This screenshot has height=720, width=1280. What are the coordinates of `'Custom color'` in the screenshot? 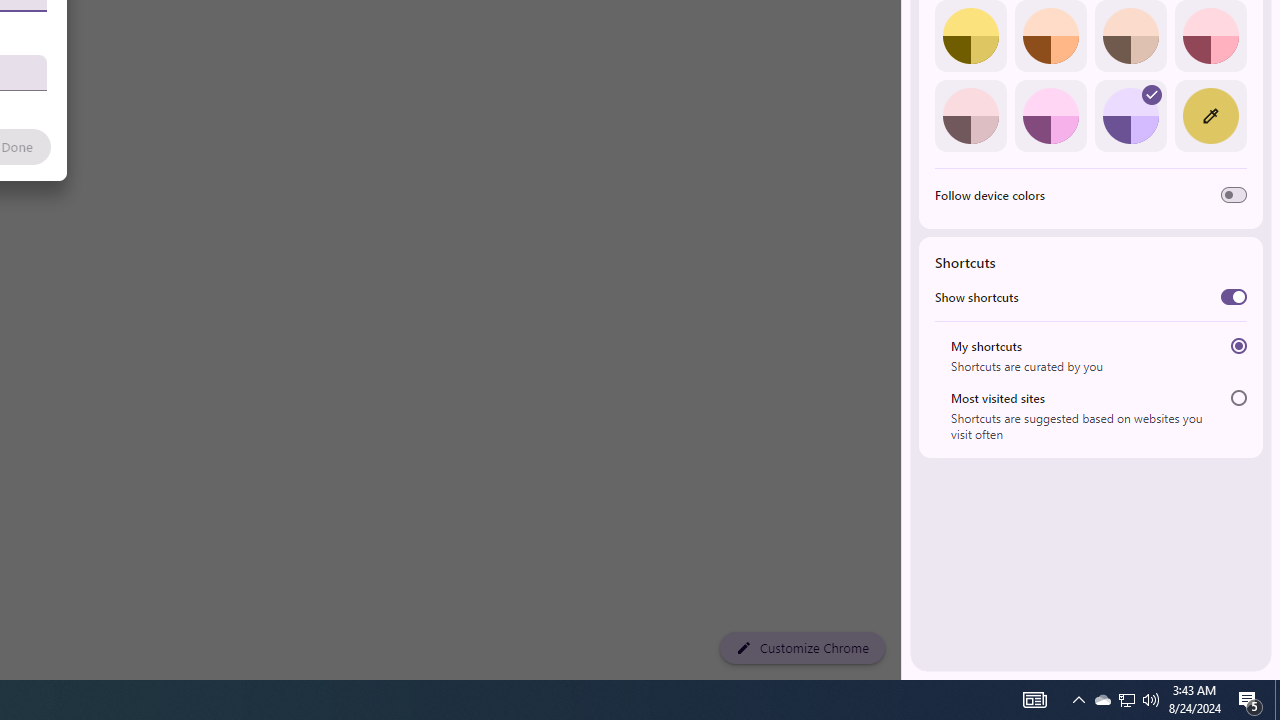 It's located at (1209, 115).